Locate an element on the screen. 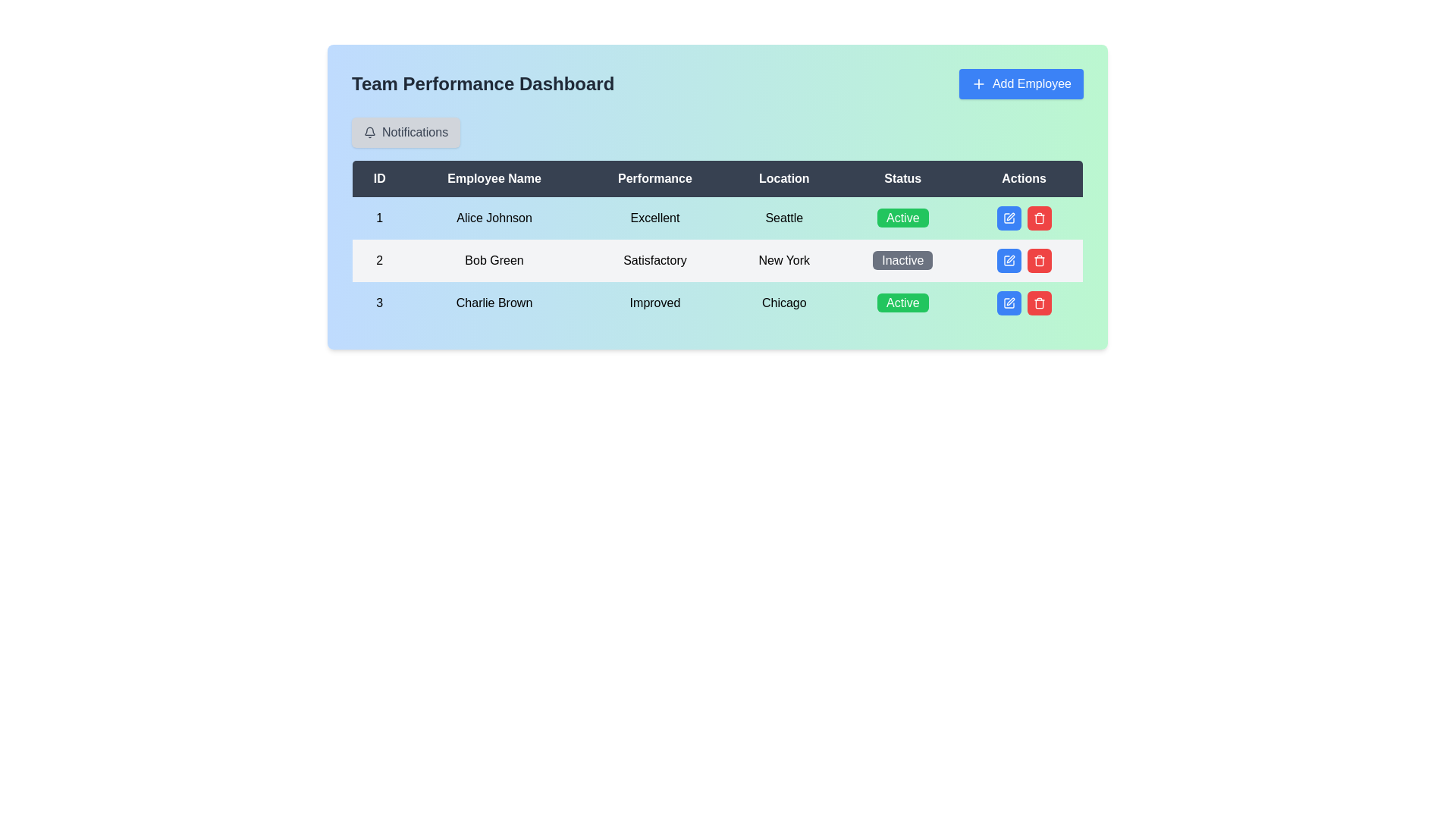 The width and height of the screenshot is (1456, 819). the red rounded rectangular button with white text and a trash can icon in the second row of the employee table is located at coordinates (1037, 303).